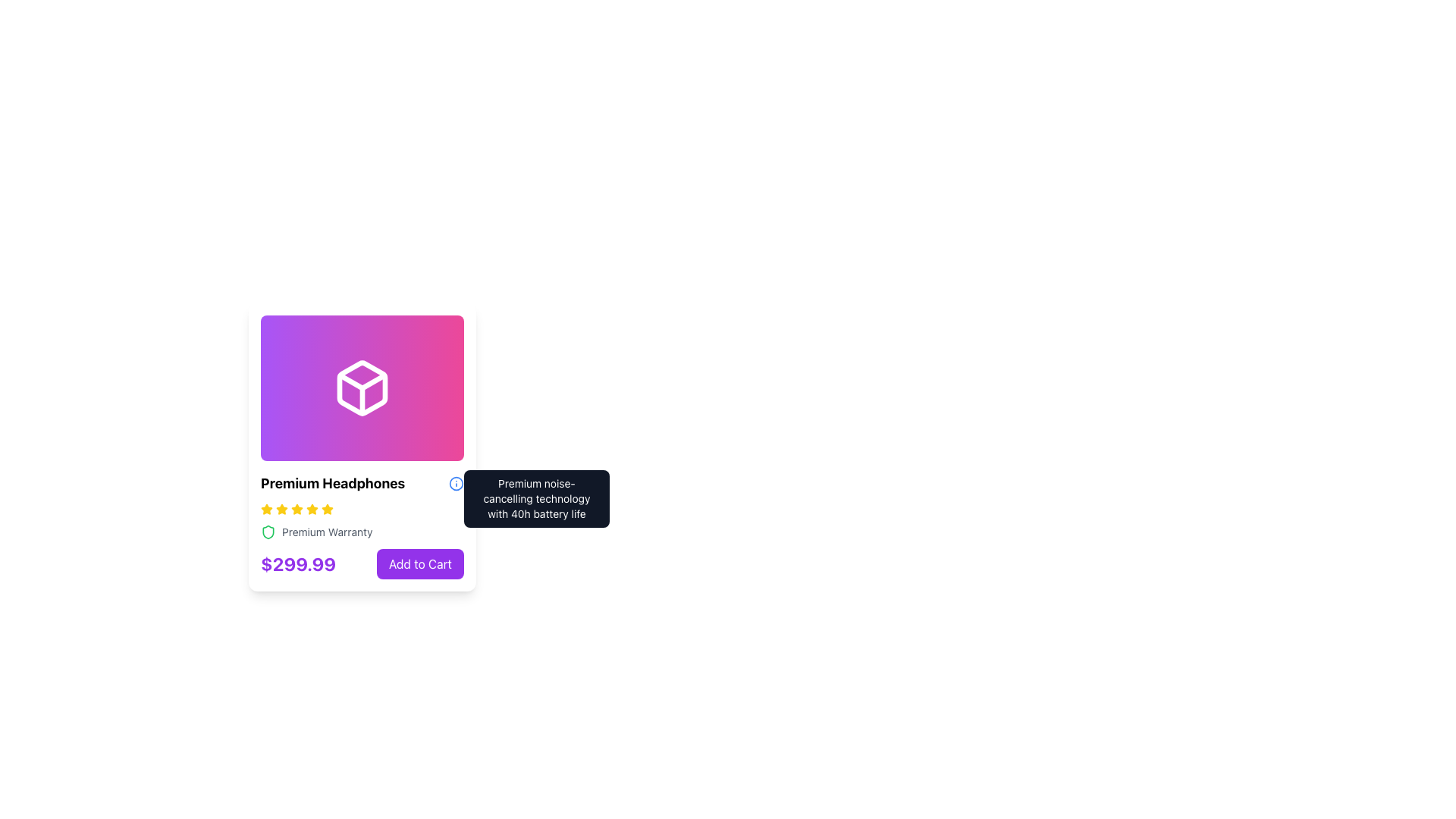 The image size is (1456, 819). What do you see at coordinates (362, 386) in the screenshot?
I see `the geometric cube icon outlined with white lines, which is located in the center of a pink and purple gradient square background, positioned at the top of the card labeled 'Premium Headphones'` at bounding box center [362, 386].